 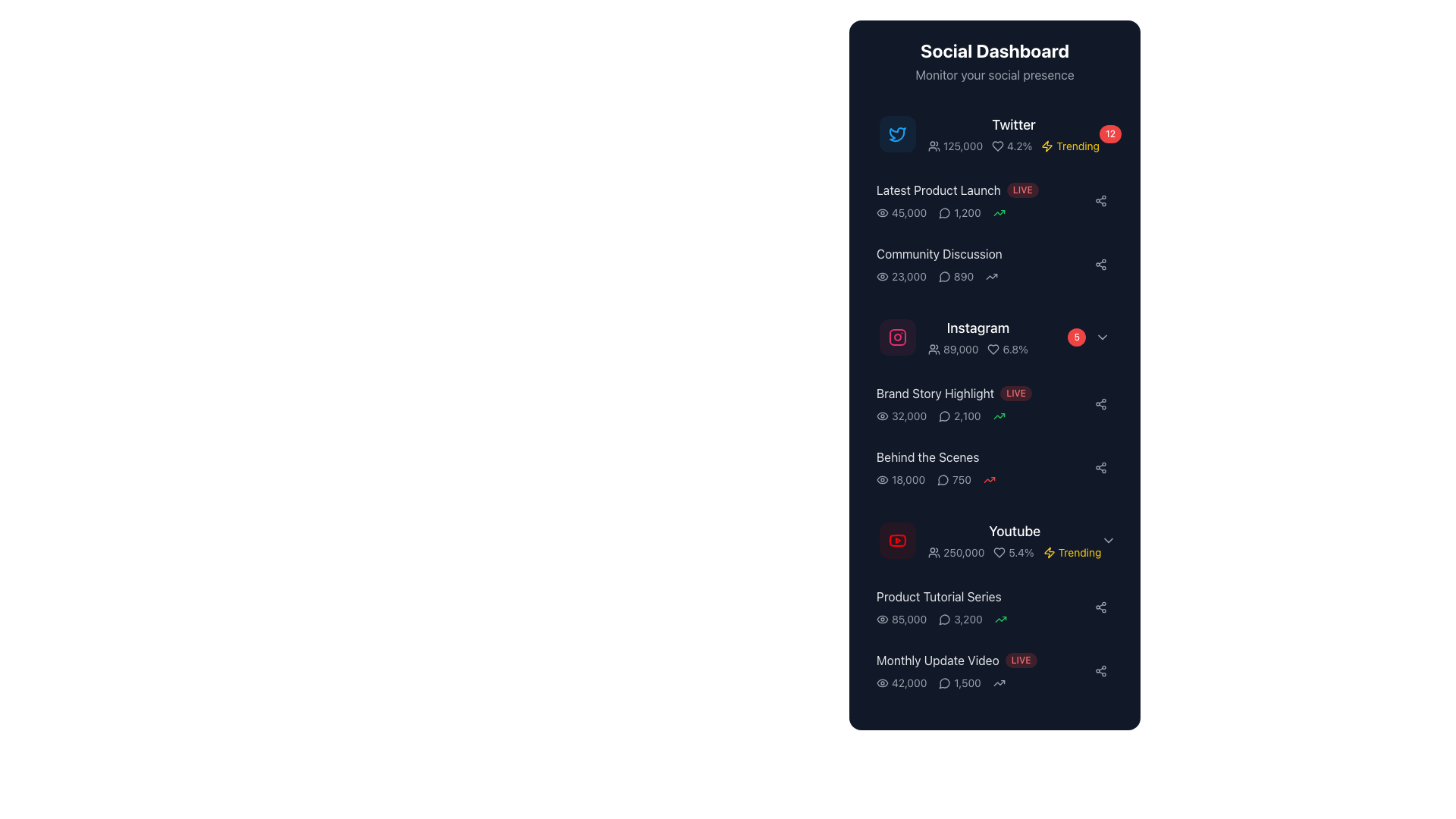 What do you see at coordinates (1000, 620) in the screenshot?
I see `the green upward trending icon representing a visual trend indicator located next to the numeric value '3,200' in the 'Product Tutorial Series' section` at bounding box center [1000, 620].